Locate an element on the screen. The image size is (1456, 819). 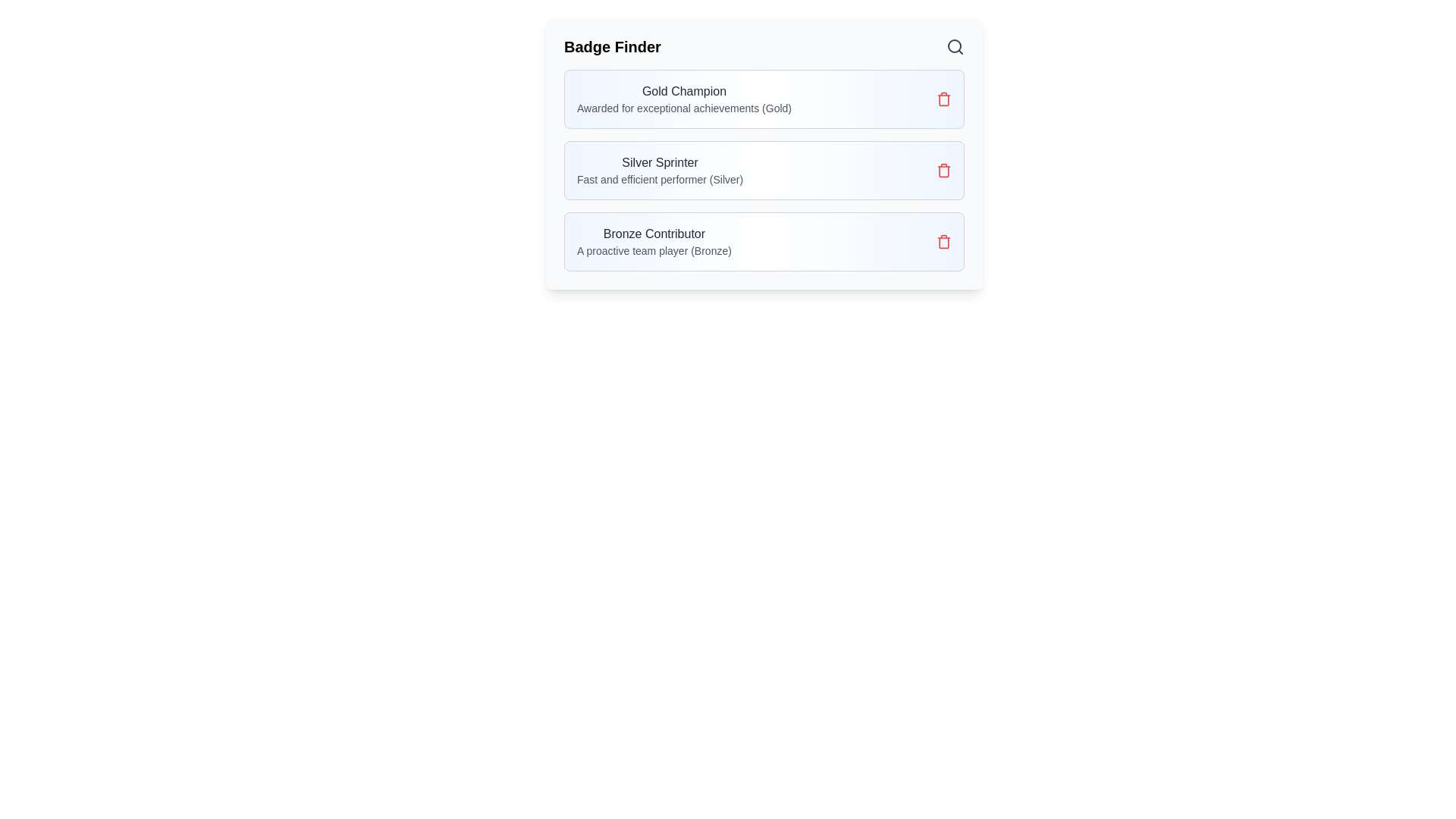
displayed title 'Gold Champion' and its description in the first badge card located under the 'Badge Finder' header is located at coordinates (683, 99).